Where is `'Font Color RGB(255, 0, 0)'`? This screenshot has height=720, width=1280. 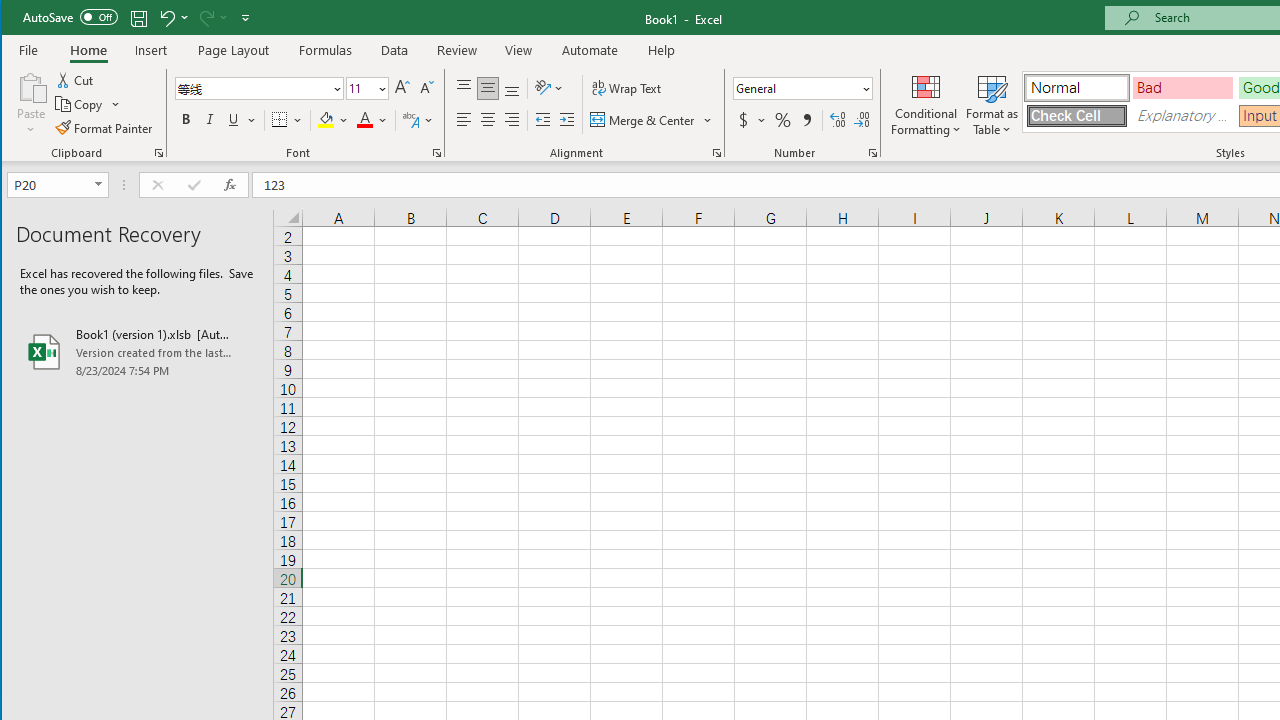
'Font Color RGB(255, 0, 0)' is located at coordinates (365, 120).